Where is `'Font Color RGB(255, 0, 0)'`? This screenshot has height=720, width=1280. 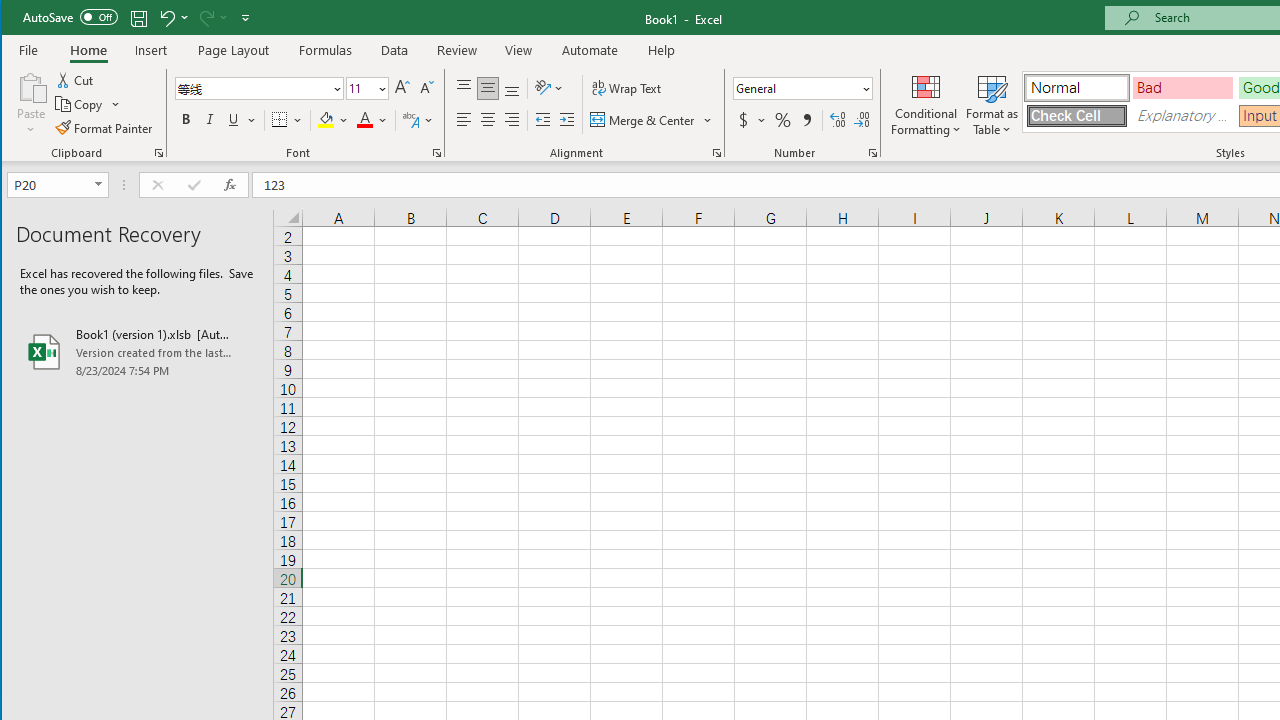
'Font Color RGB(255, 0, 0)' is located at coordinates (365, 120).